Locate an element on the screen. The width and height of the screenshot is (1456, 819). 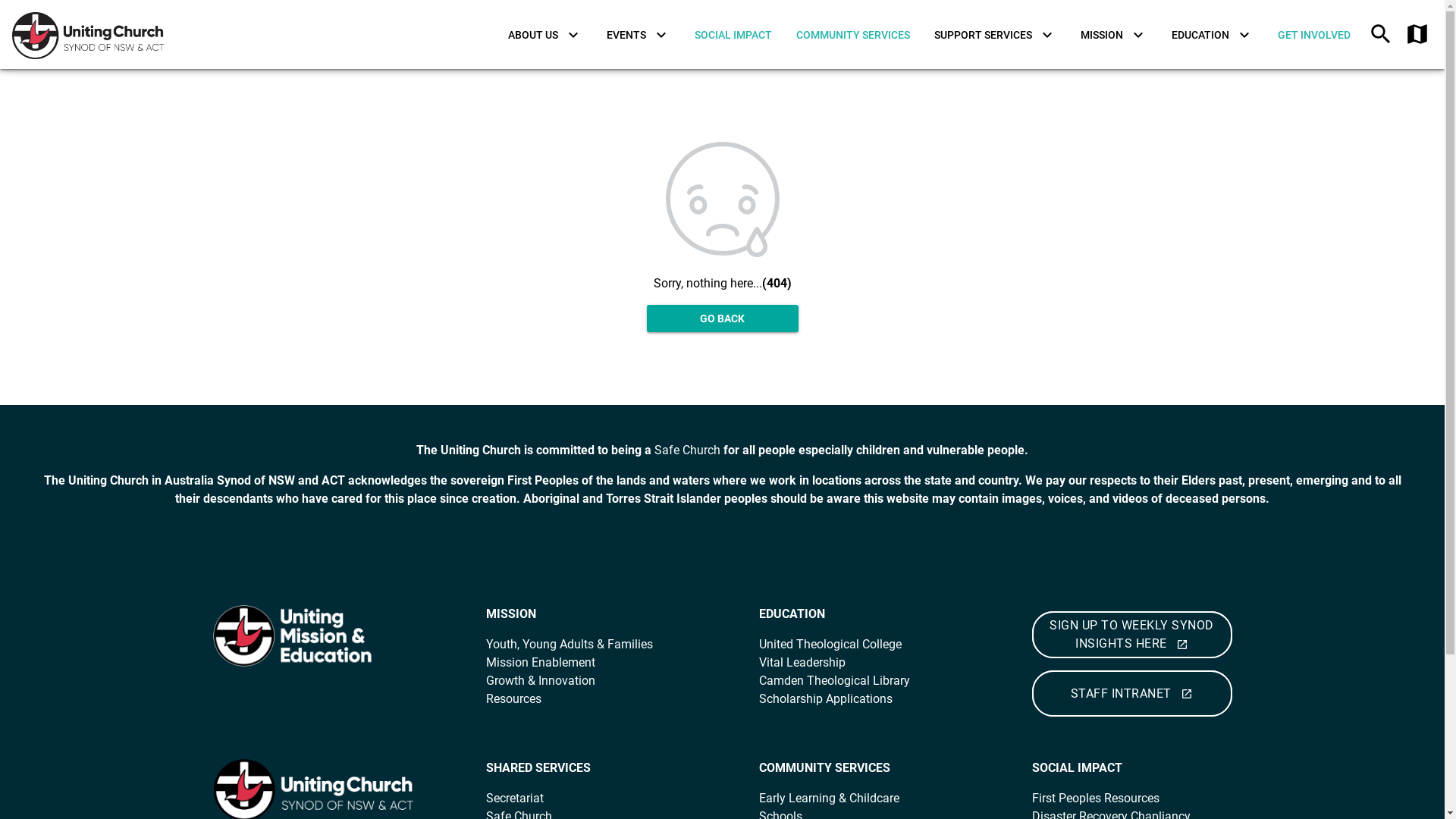
'search' is located at coordinates (1380, 34).